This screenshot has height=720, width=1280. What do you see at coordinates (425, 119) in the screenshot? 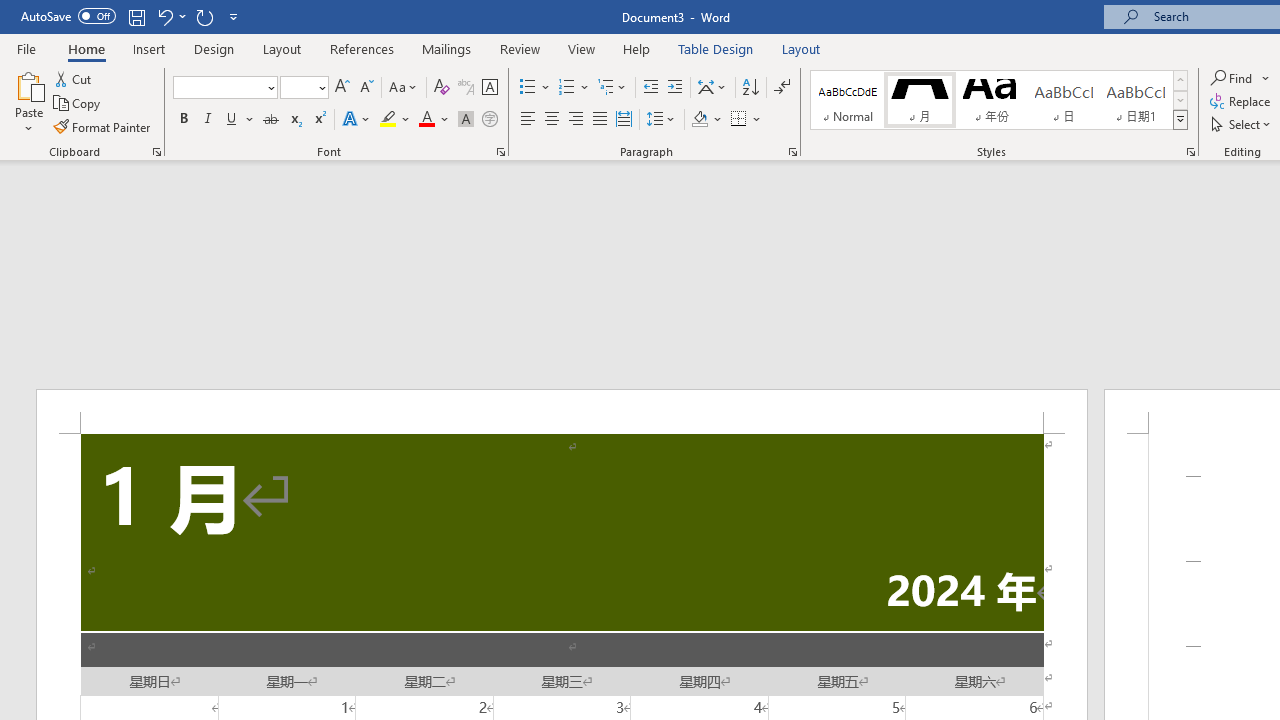
I see `'Font Color RGB(255, 0, 0)'` at bounding box center [425, 119].